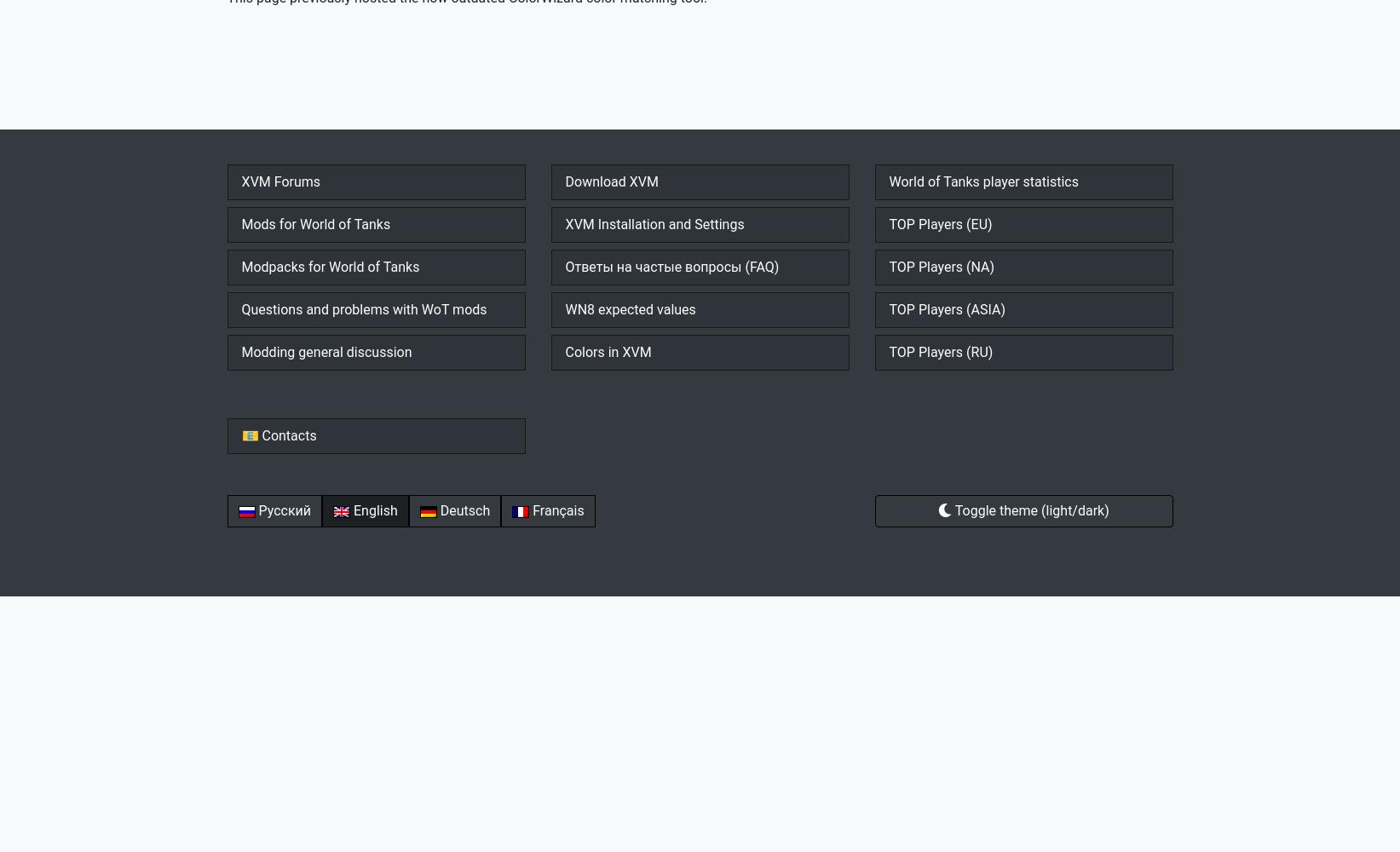 Image resolution: width=1400 pixels, height=852 pixels. I want to click on 'XVM Installation and Settings', so click(654, 224).